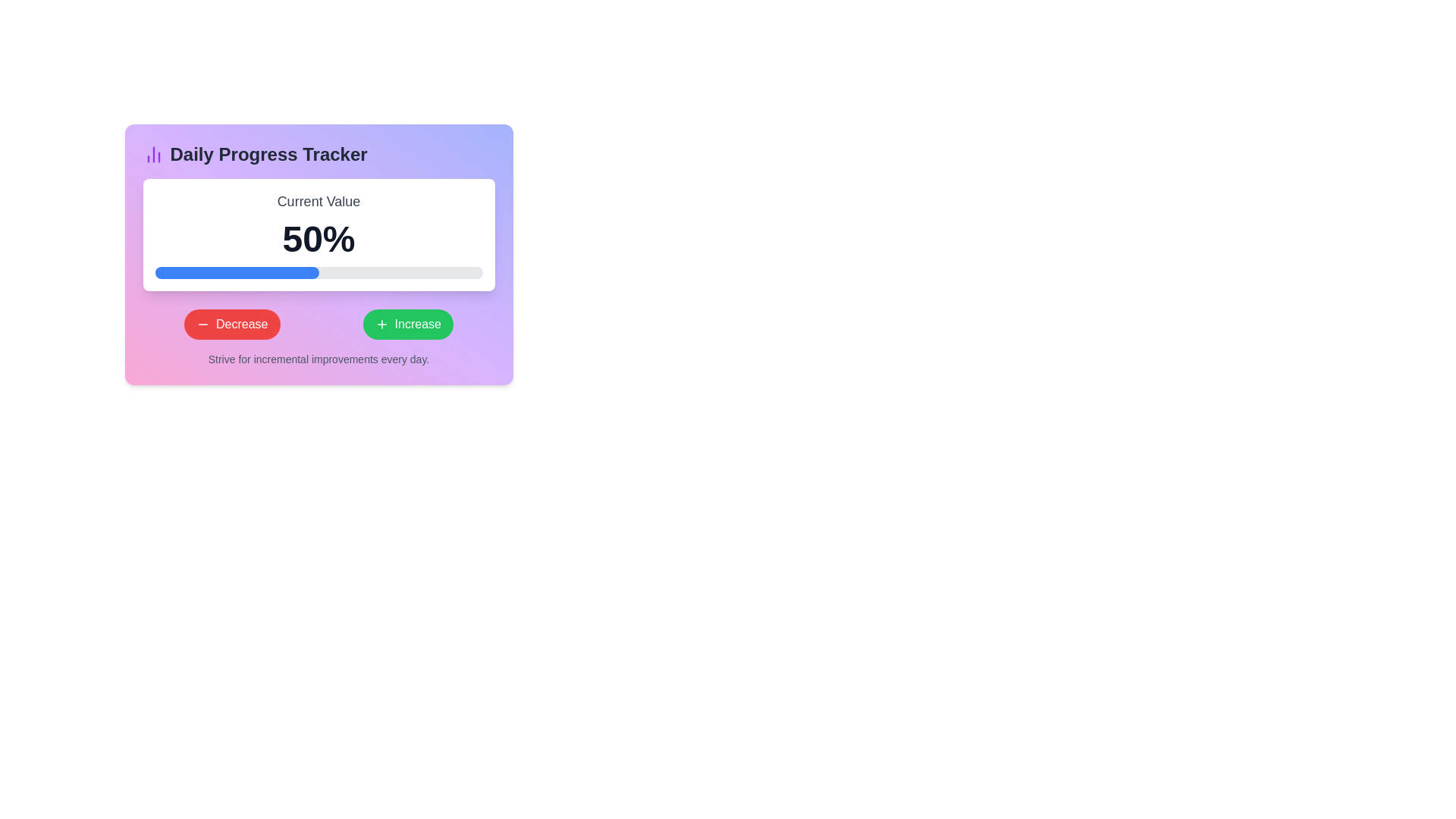 This screenshot has height=819, width=1456. Describe the element at coordinates (318, 359) in the screenshot. I see `the text label positioned at the bottom of the card, below the 'Decrease' and 'Increase' buttons, which serves as an informative subtitle or motivational message` at that location.